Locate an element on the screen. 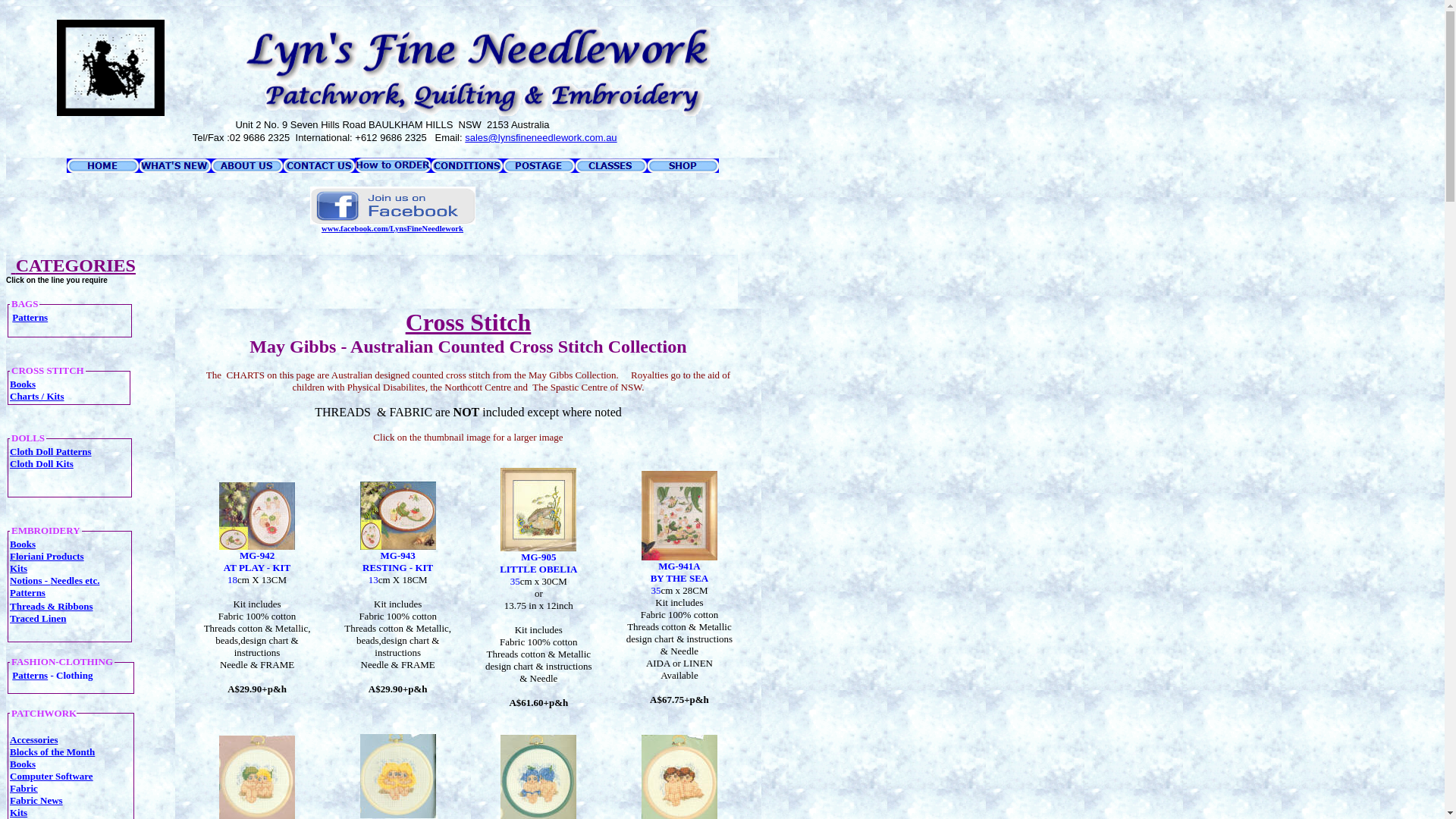 The height and width of the screenshot is (819, 1456). 'Traced Linen' is located at coordinates (10, 618).